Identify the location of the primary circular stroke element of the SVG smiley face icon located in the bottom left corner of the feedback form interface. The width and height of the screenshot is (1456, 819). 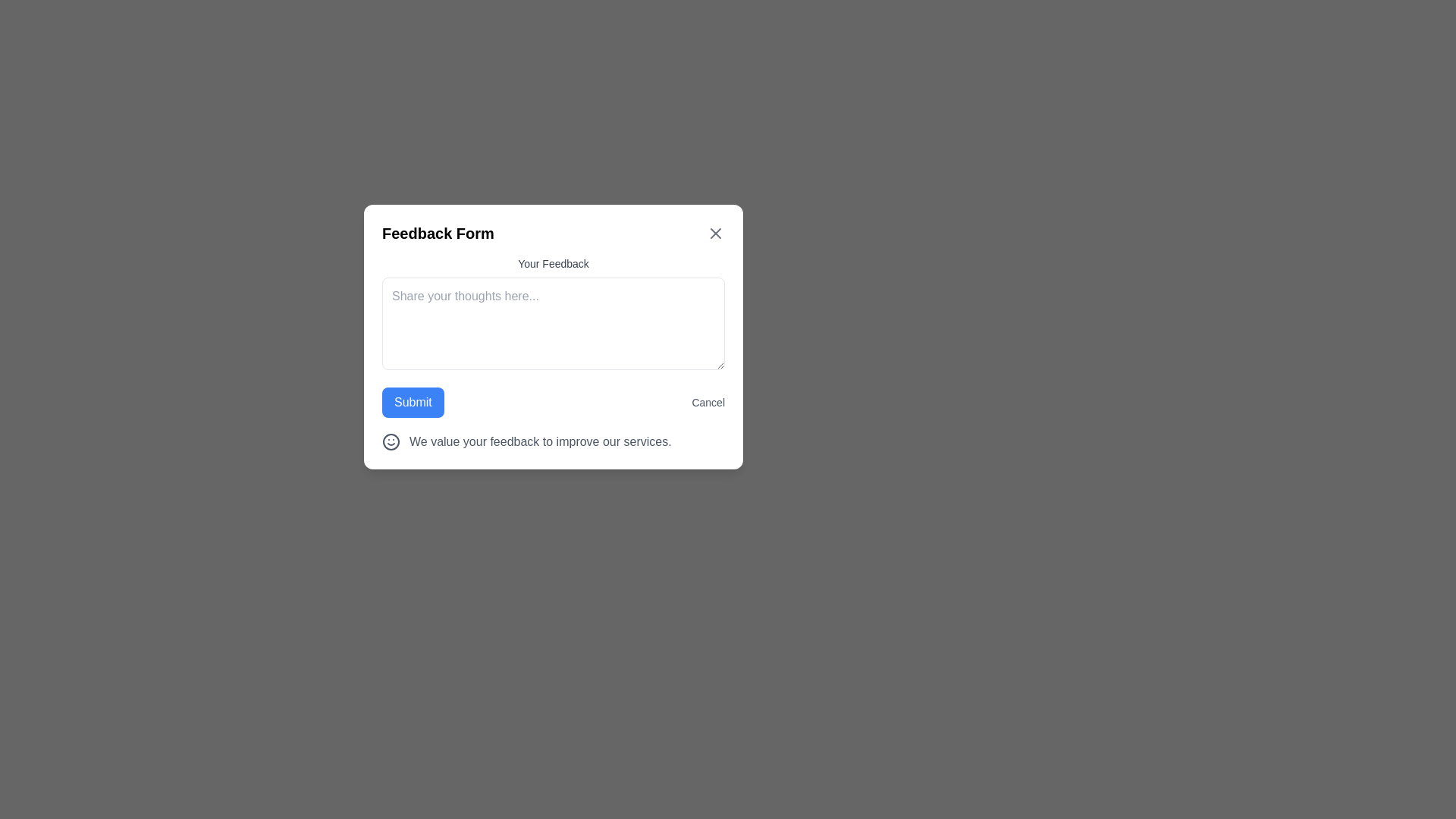
(391, 441).